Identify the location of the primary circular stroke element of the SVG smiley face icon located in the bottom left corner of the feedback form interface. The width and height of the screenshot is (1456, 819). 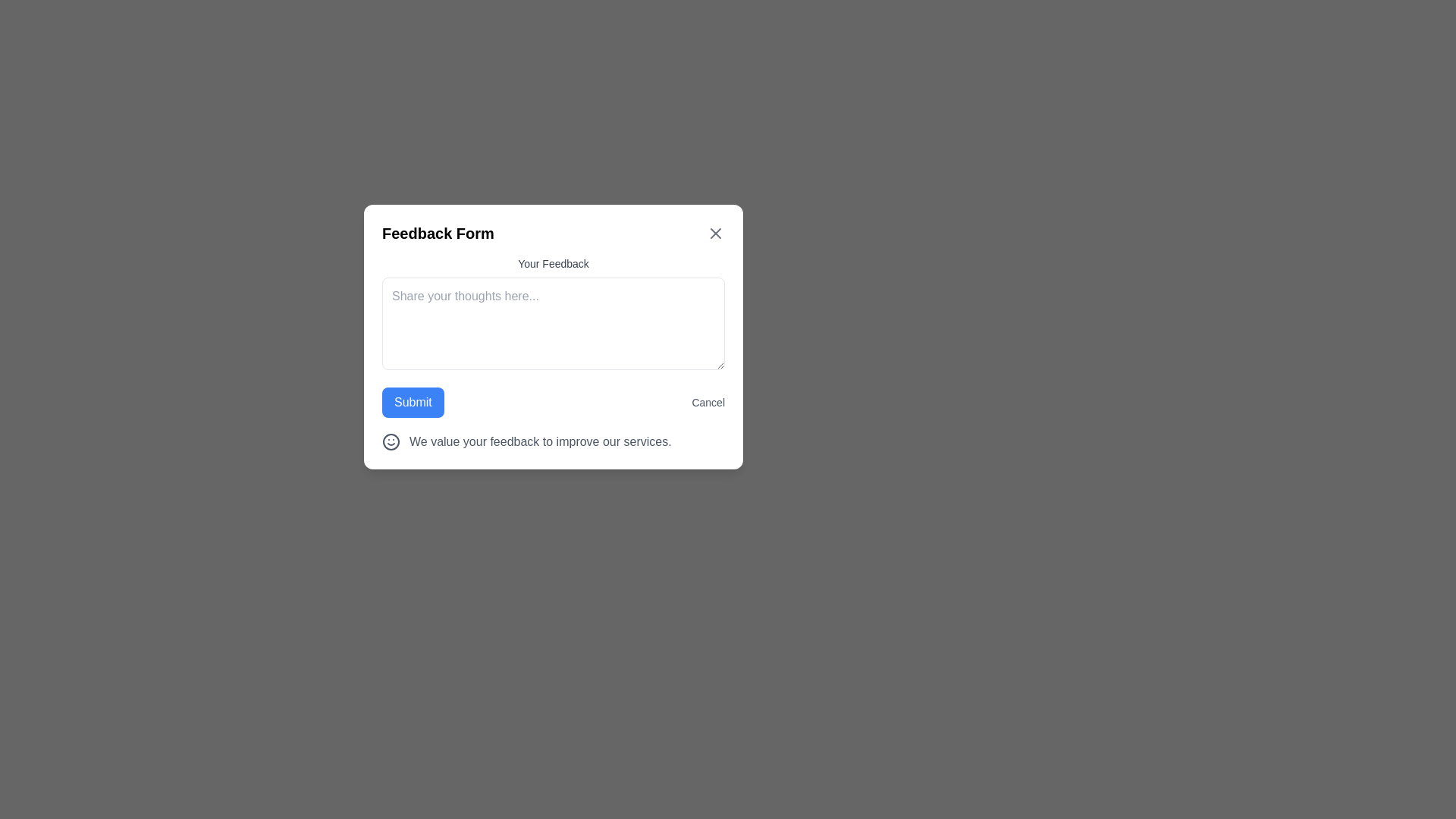
(391, 441).